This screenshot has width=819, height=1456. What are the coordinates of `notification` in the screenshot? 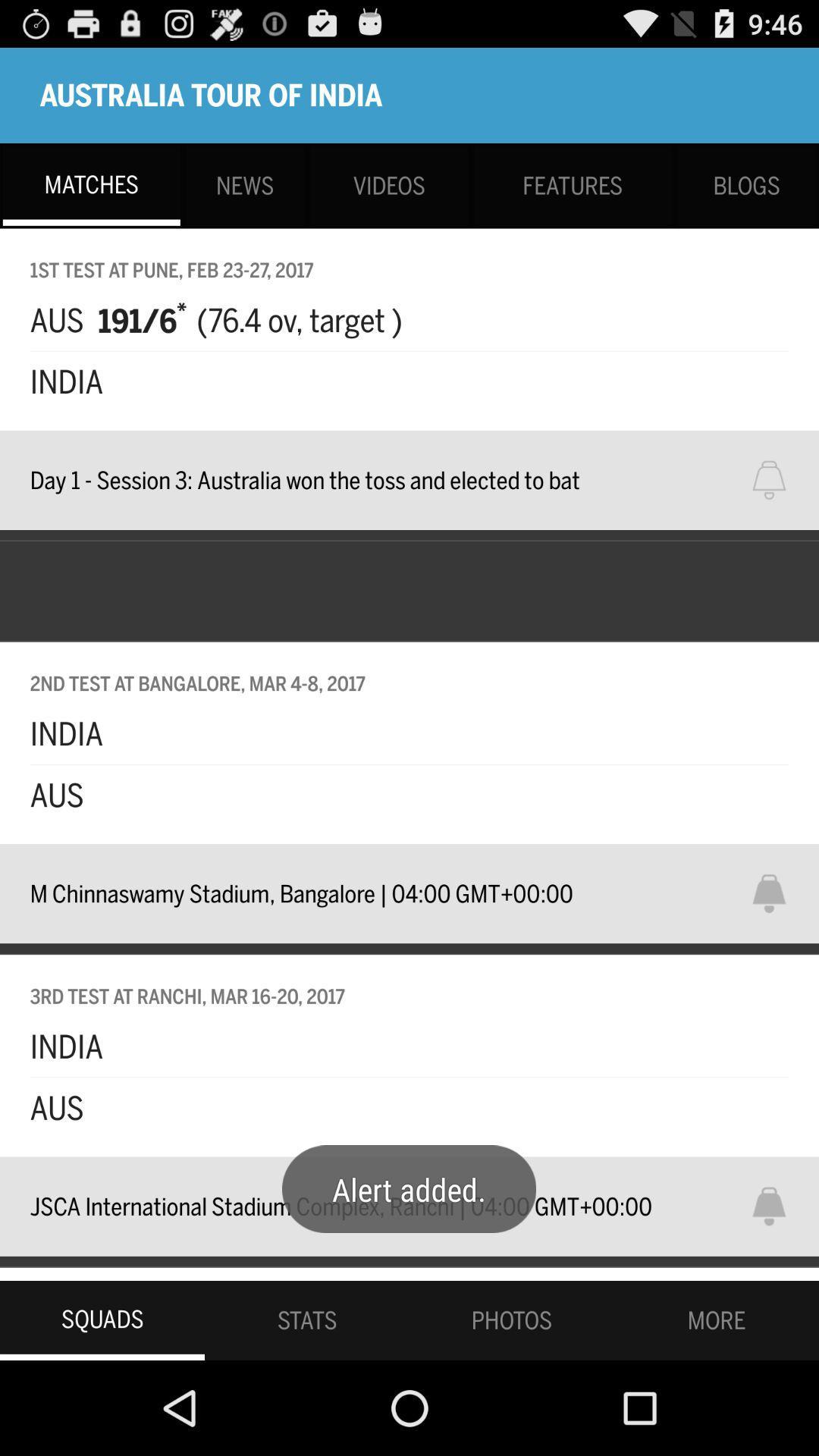 It's located at (779, 479).